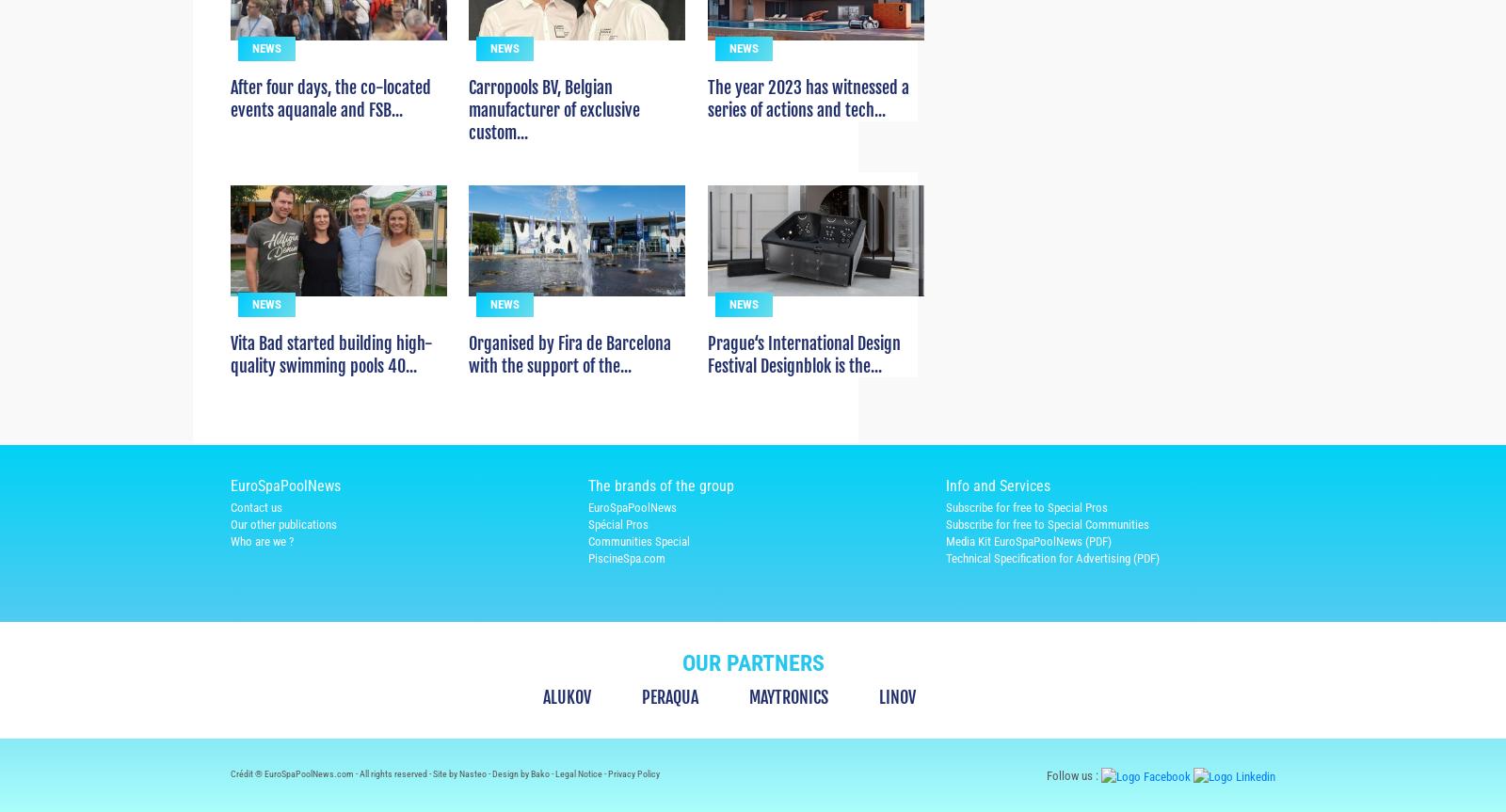 The height and width of the screenshot is (812, 1506). Describe the element at coordinates (331, 389) in the screenshot. I see `'Vita Bad started building high-quality swimming pools 40...'` at that location.